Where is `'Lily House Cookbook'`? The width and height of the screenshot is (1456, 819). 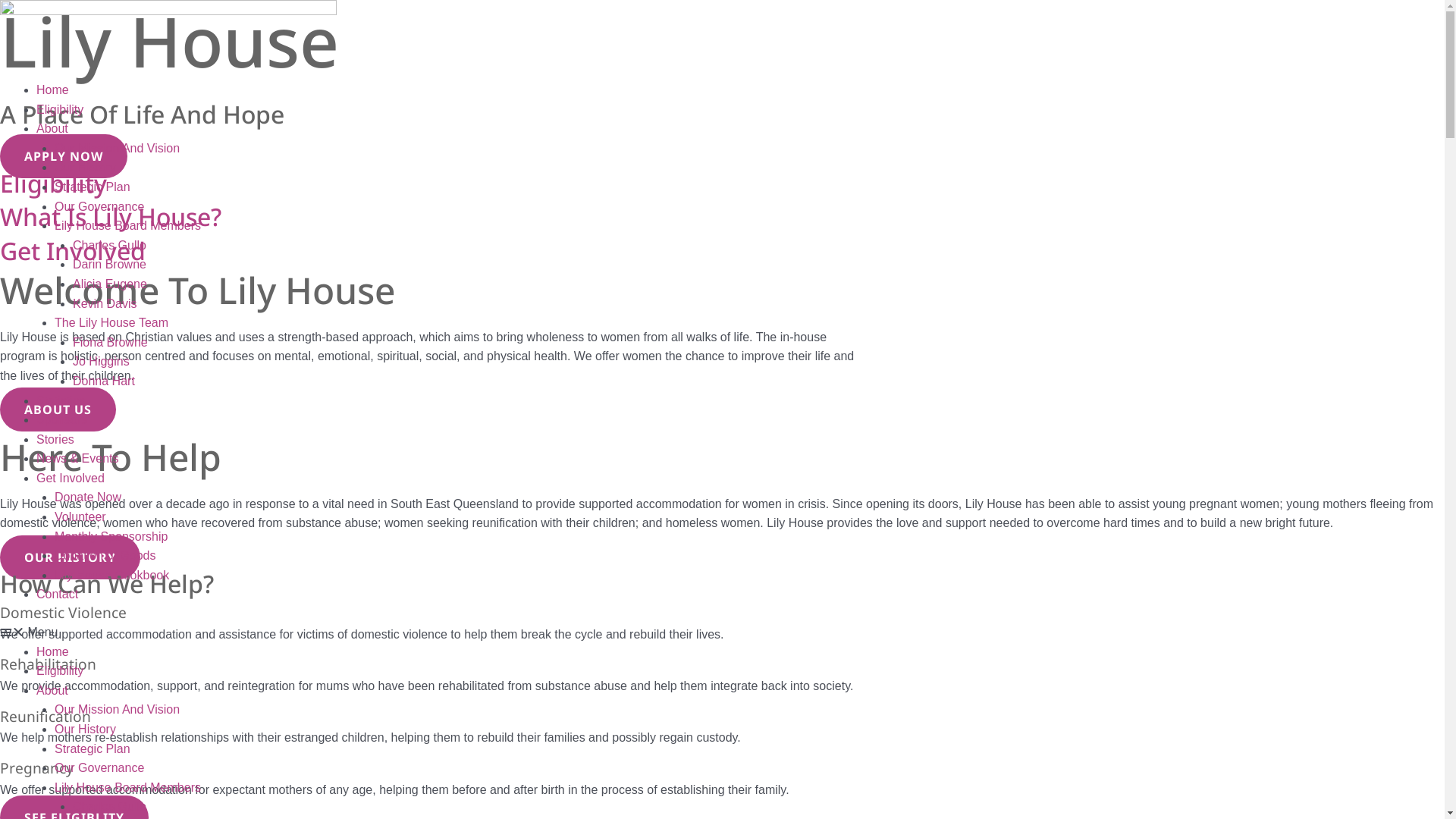 'Lily House Cookbook' is located at coordinates (111, 575).